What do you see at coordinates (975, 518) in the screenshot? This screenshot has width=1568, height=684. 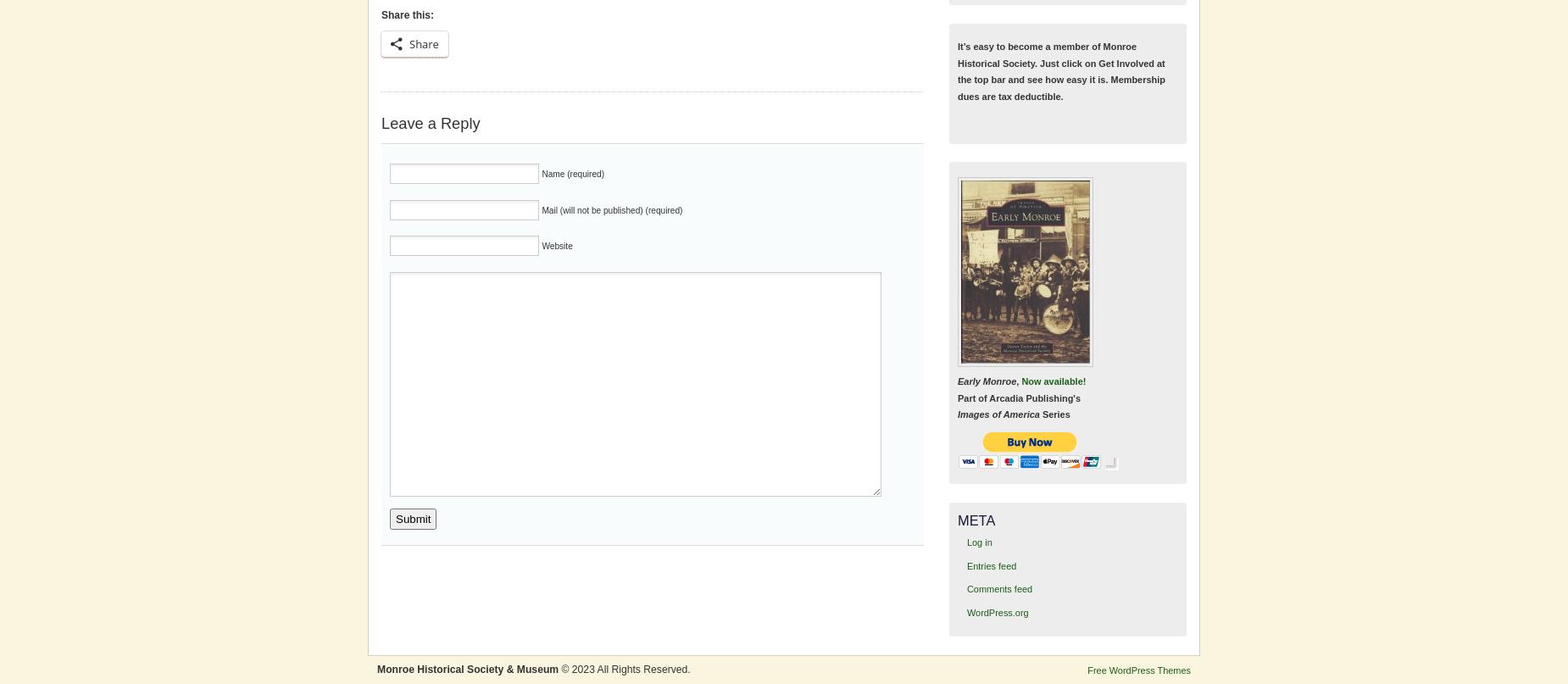 I see `'Meta'` at bounding box center [975, 518].